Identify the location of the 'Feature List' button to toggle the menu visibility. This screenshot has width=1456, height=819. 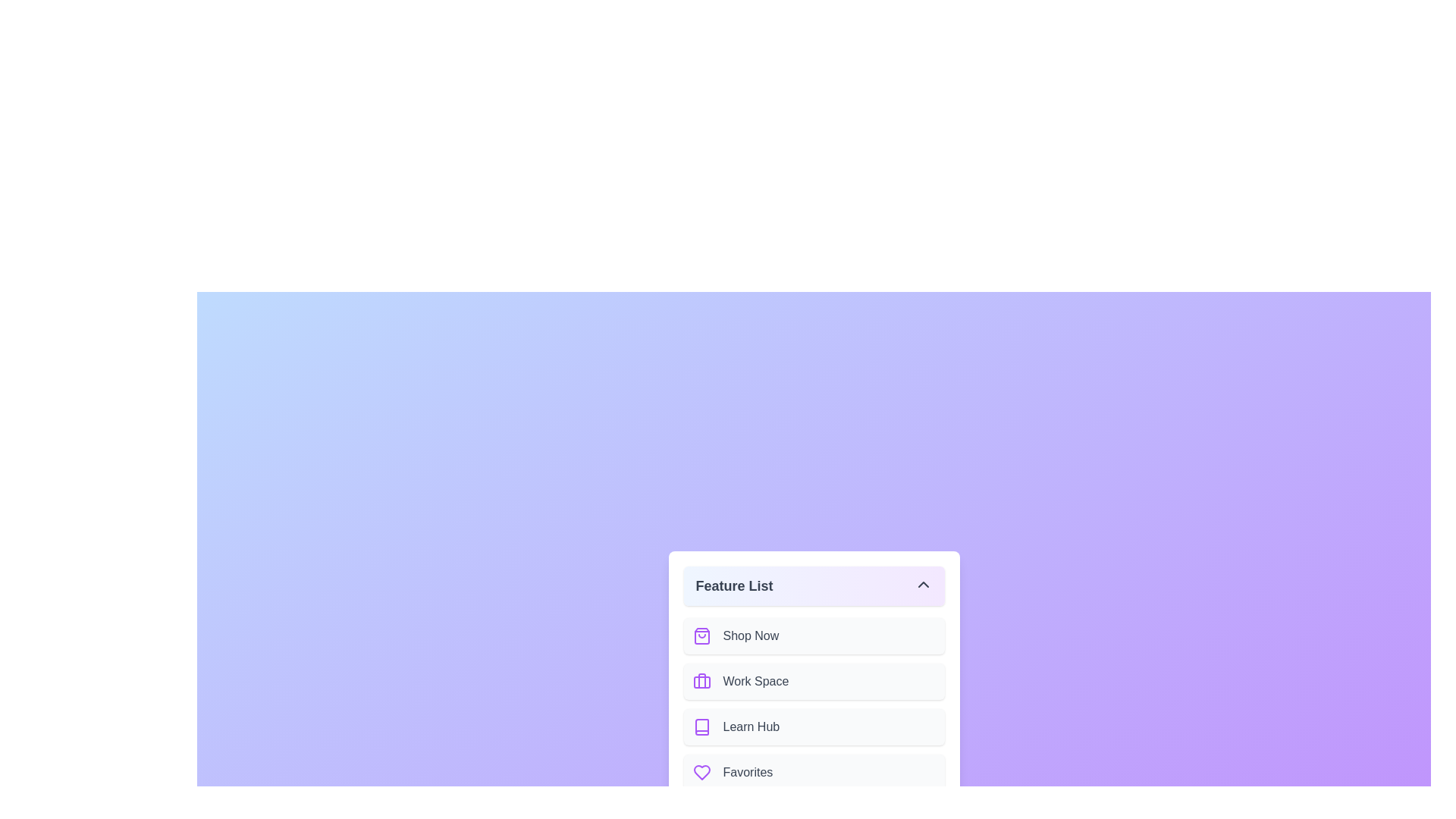
(813, 585).